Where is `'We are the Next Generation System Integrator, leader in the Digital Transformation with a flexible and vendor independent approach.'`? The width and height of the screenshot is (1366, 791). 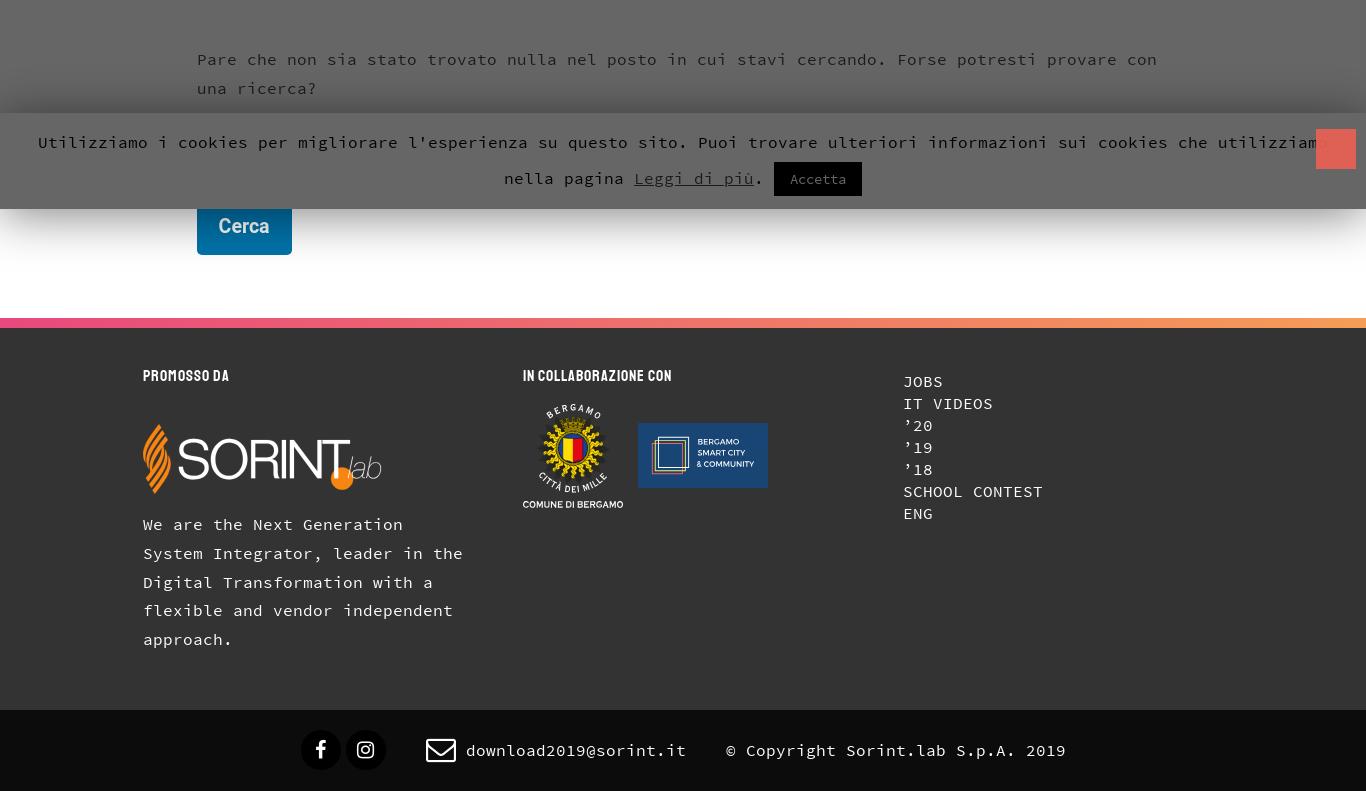 'We are the Next Generation System Integrator, leader in the Digital Transformation with a flexible and vendor independent approach.' is located at coordinates (308, 580).